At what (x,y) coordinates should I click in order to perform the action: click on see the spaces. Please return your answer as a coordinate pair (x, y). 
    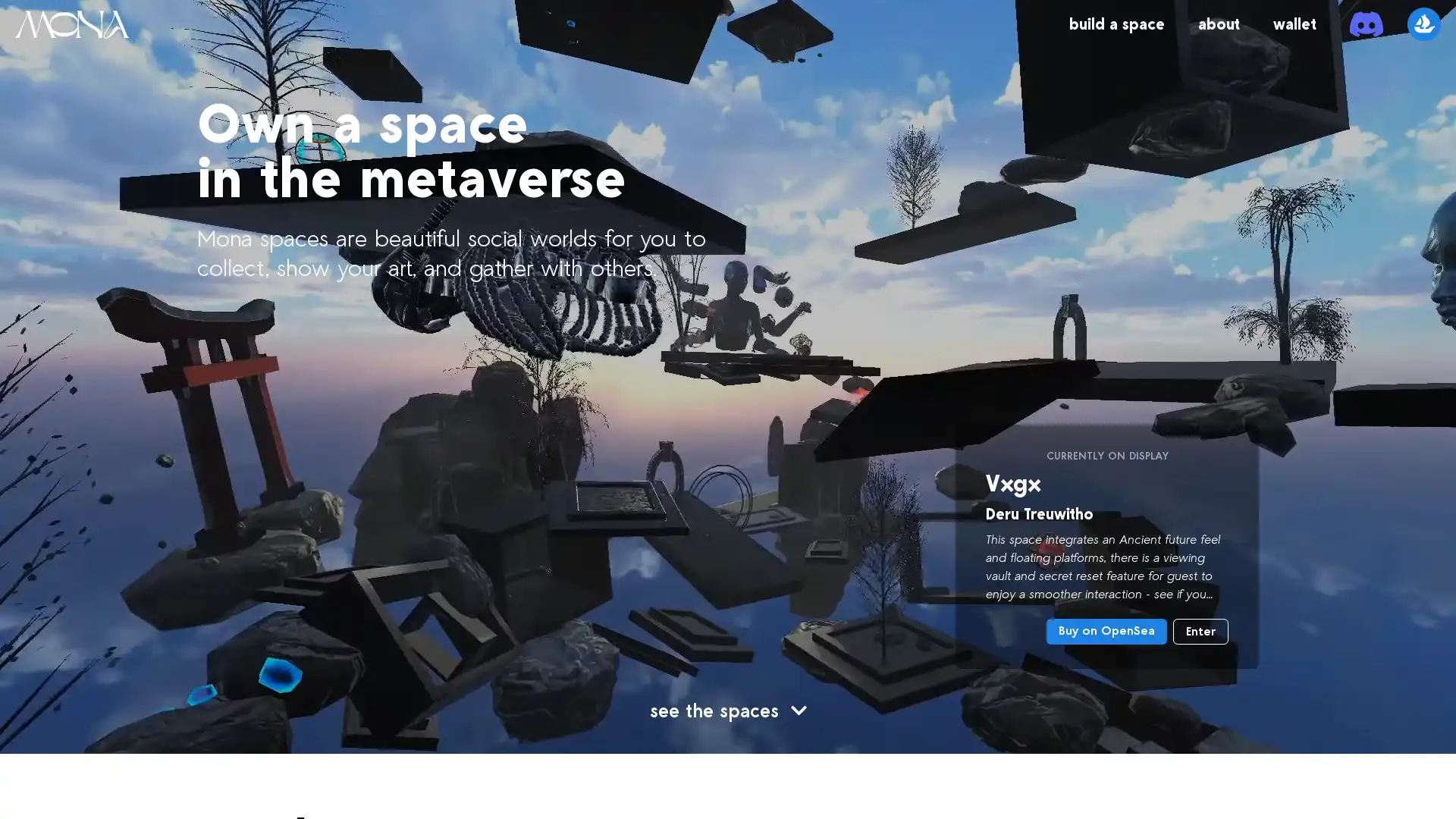
    Looking at the image, I should click on (726, 711).